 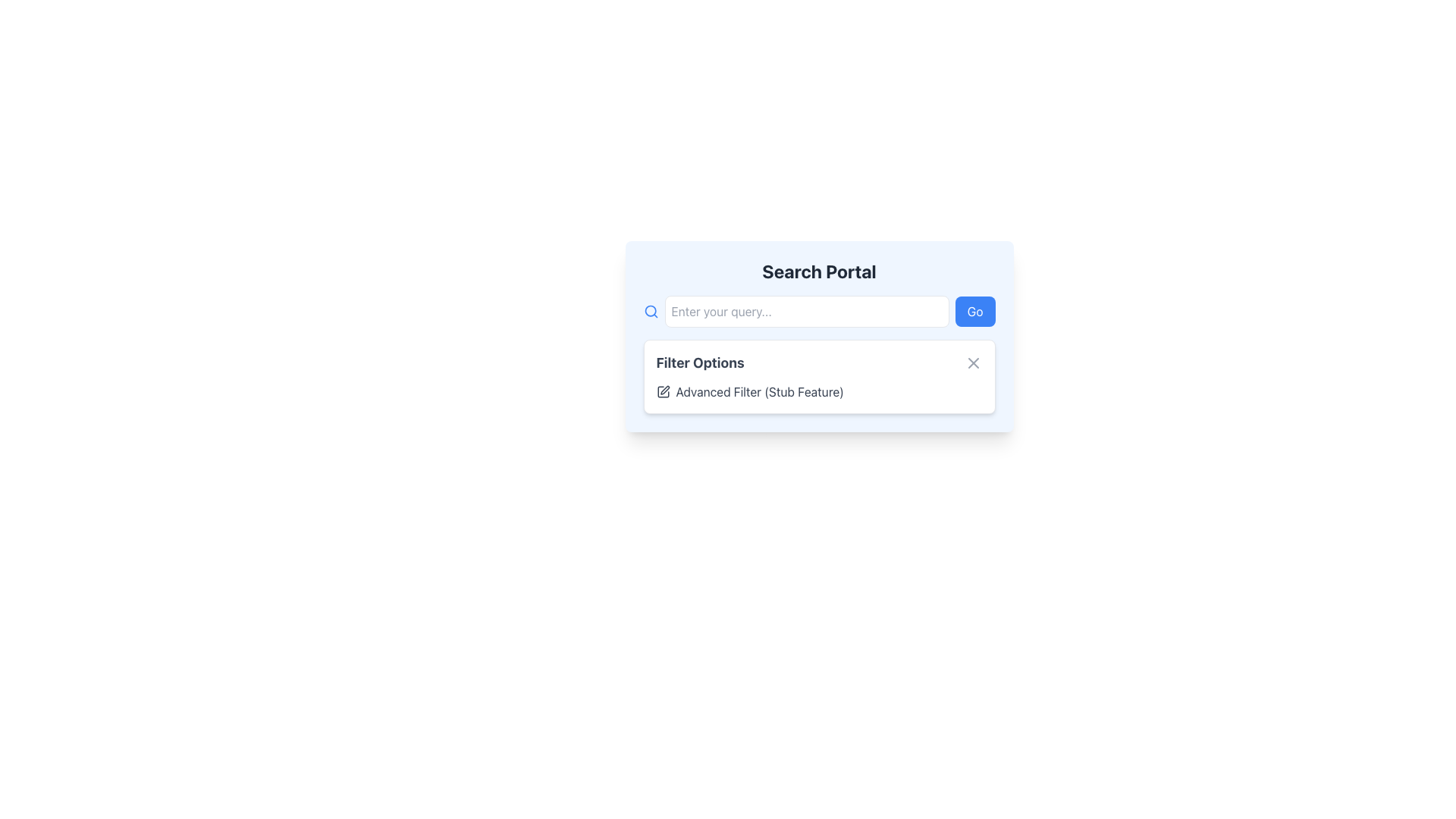 What do you see at coordinates (663, 391) in the screenshot?
I see `the editing icon for the 'Advanced Filter (Stub Feature)' located beside its label in the 'Filter Options' section` at bounding box center [663, 391].